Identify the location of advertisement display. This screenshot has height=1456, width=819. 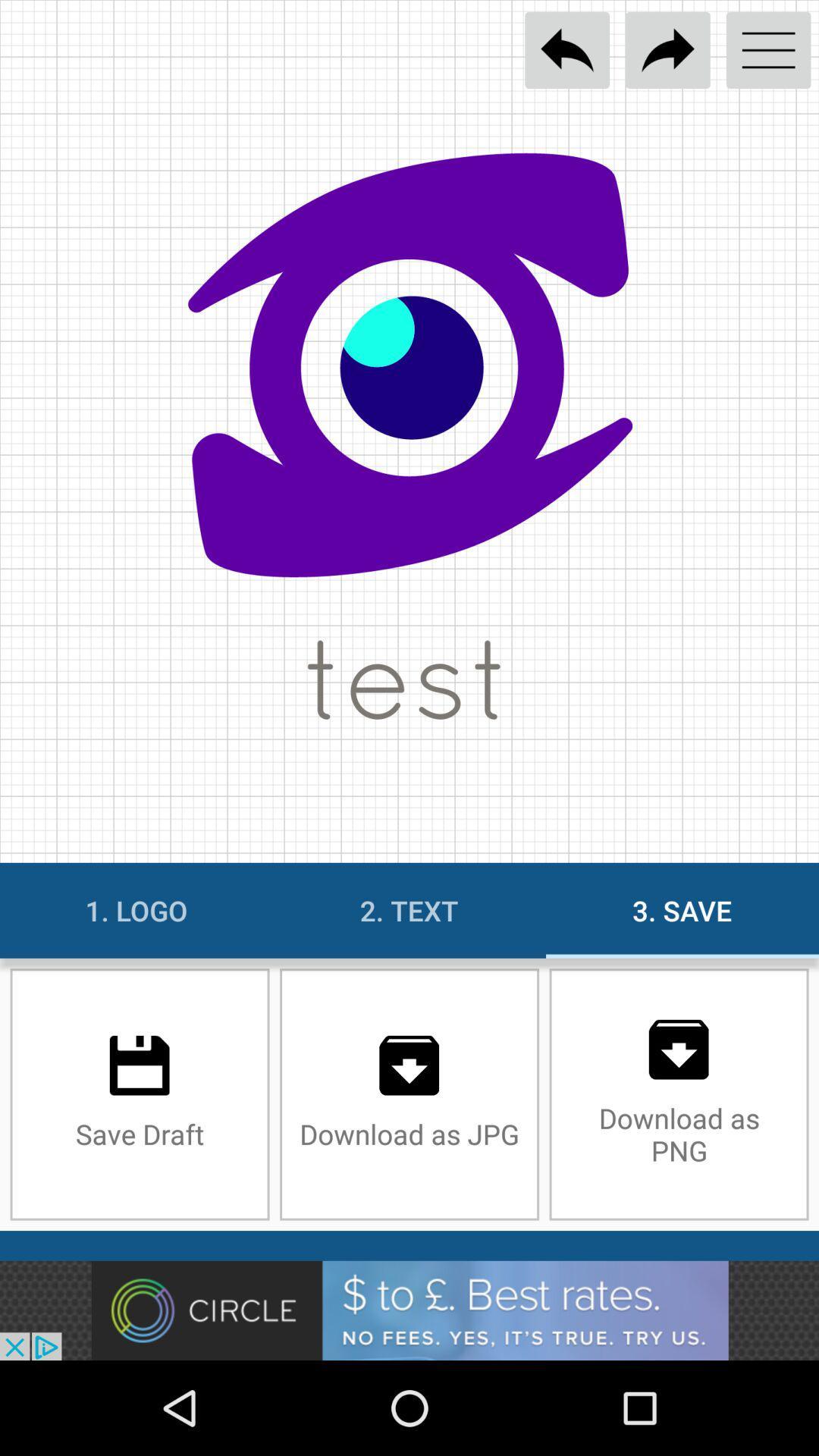
(409, 1310).